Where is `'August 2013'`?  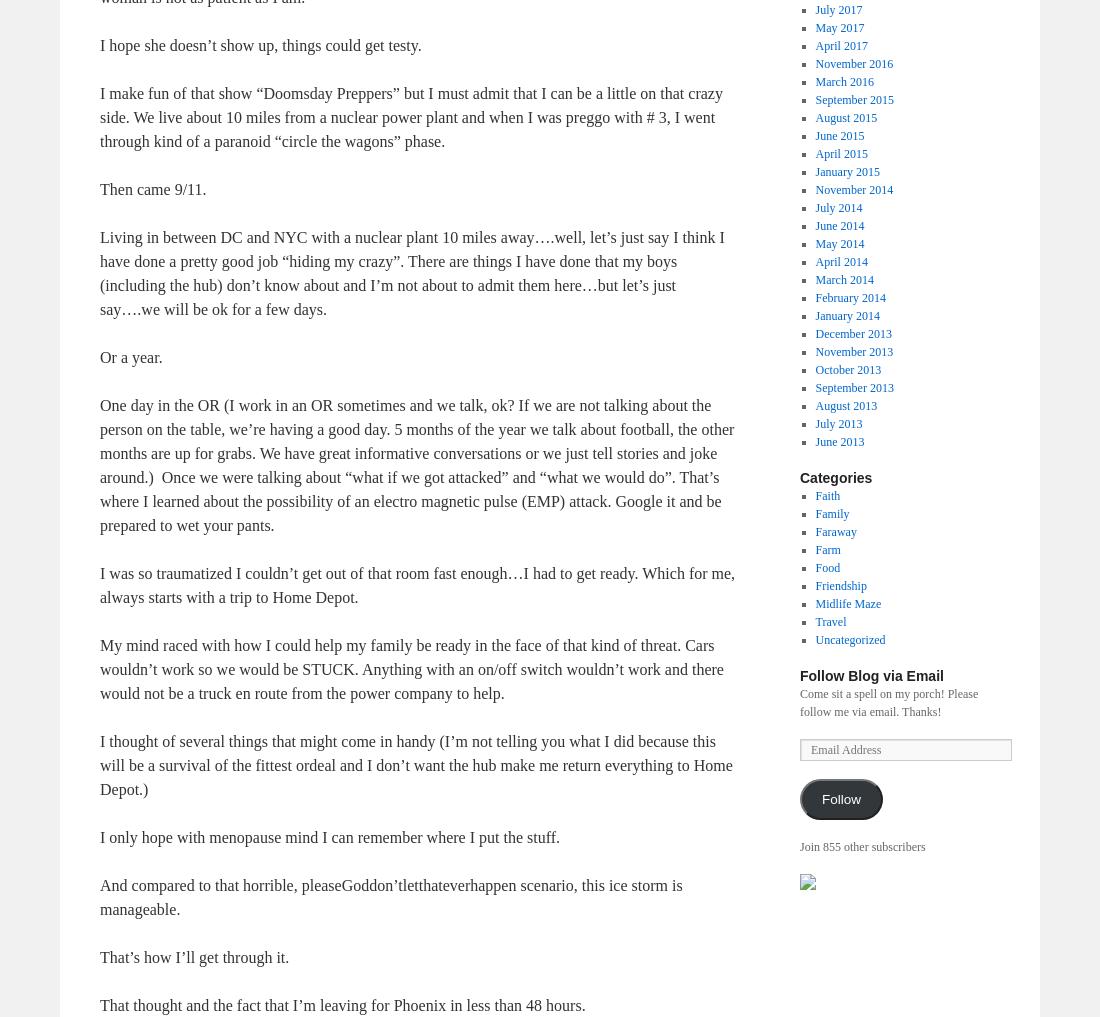 'August 2013' is located at coordinates (845, 404).